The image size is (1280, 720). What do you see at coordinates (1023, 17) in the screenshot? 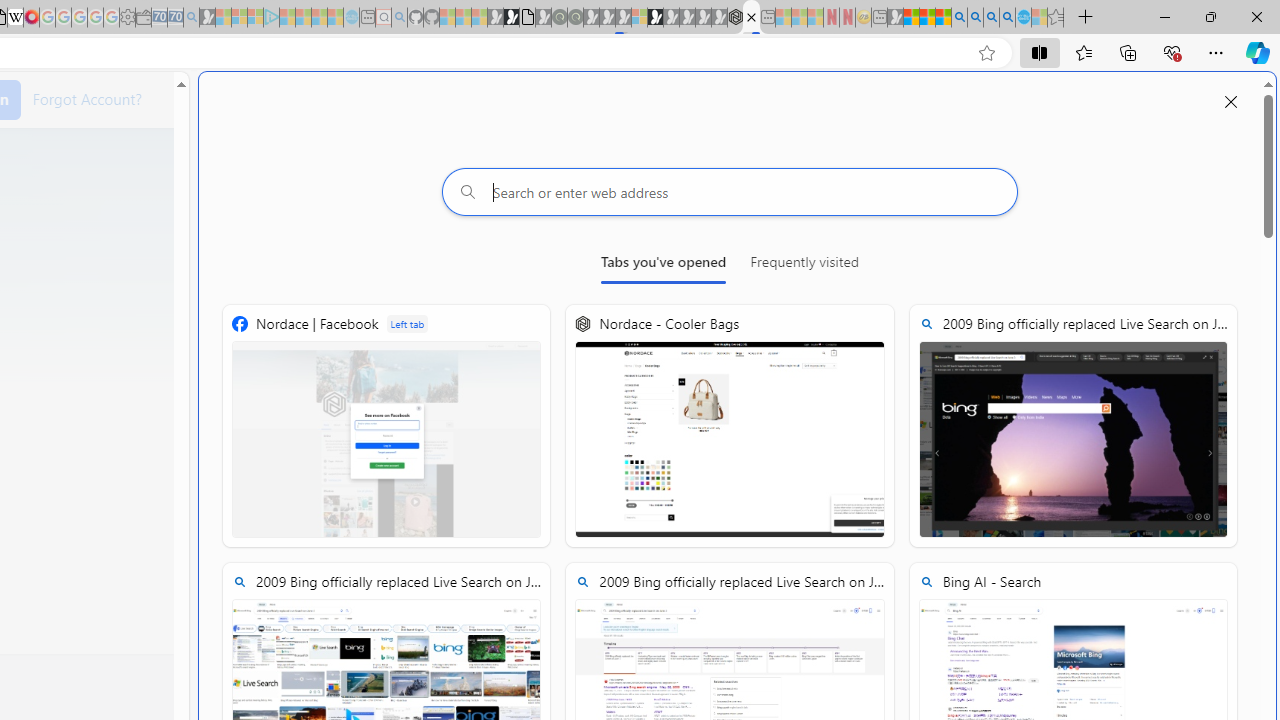
I see `'Services - Maintenance | Sky Blue Bikes - Sky Blue Bikes'` at bounding box center [1023, 17].